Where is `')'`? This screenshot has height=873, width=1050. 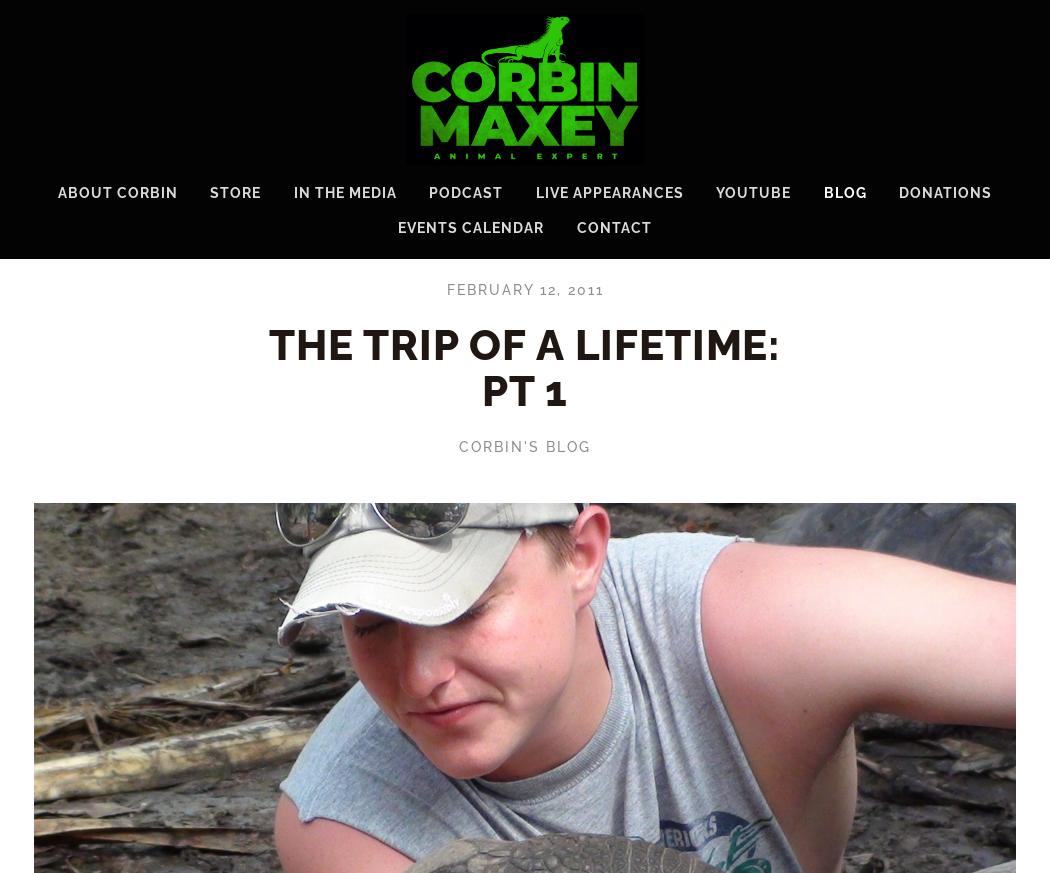 ')' is located at coordinates (1020, 7).